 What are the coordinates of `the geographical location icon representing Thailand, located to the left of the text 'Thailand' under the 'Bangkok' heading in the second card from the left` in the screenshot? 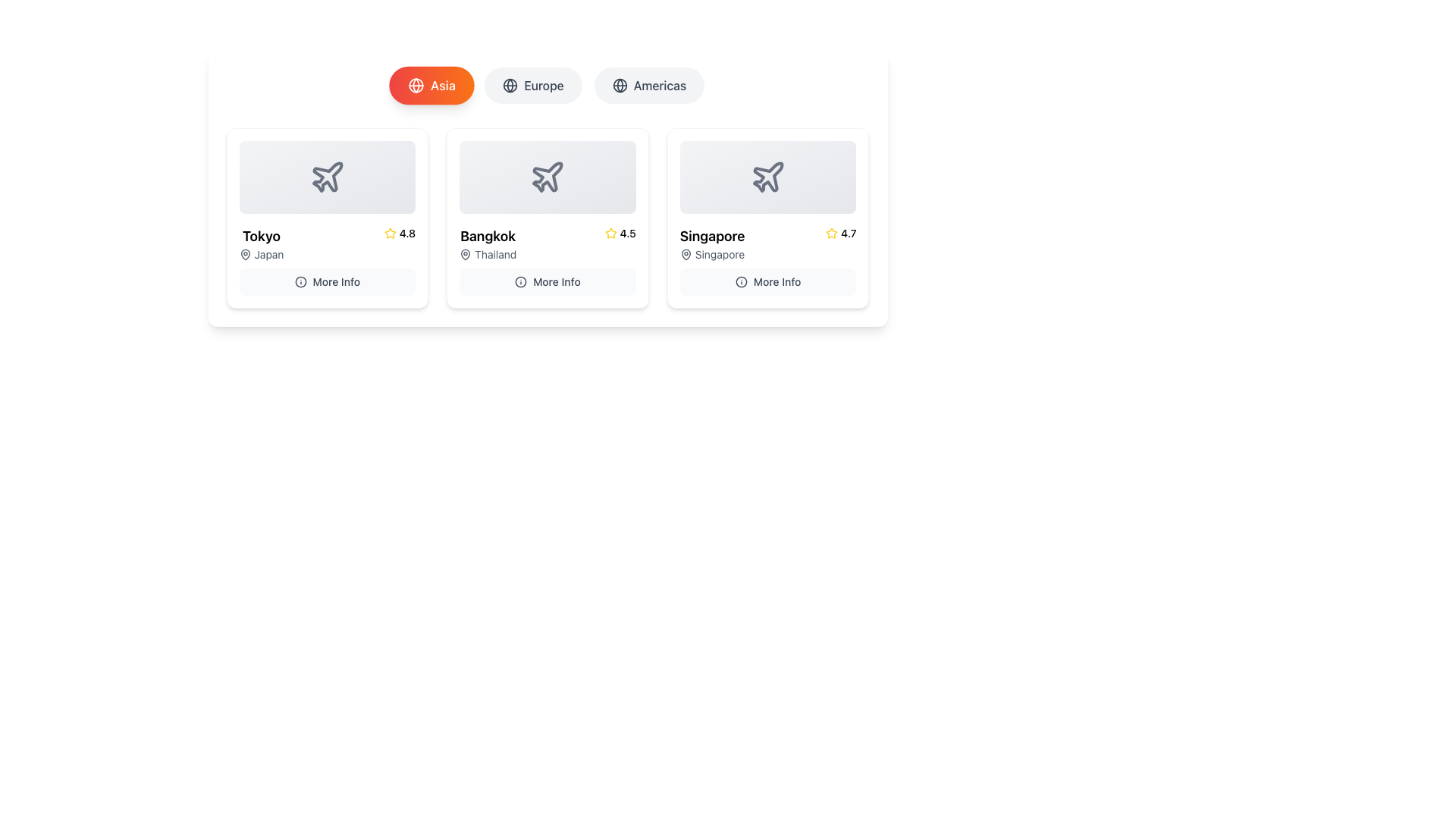 It's located at (465, 253).